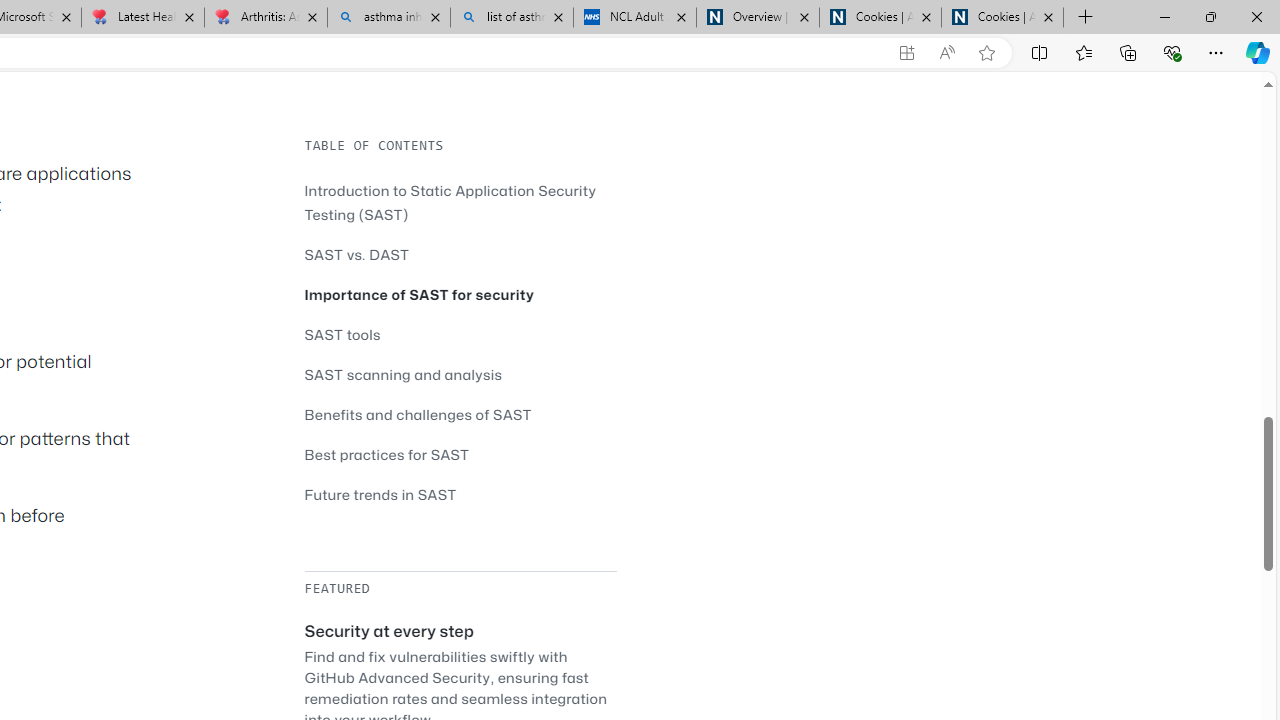 The image size is (1280, 720). What do you see at coordinates (380, 494) in the screenshot?
I see `'Future trends in SAST'` at bounding box center [380, 494].